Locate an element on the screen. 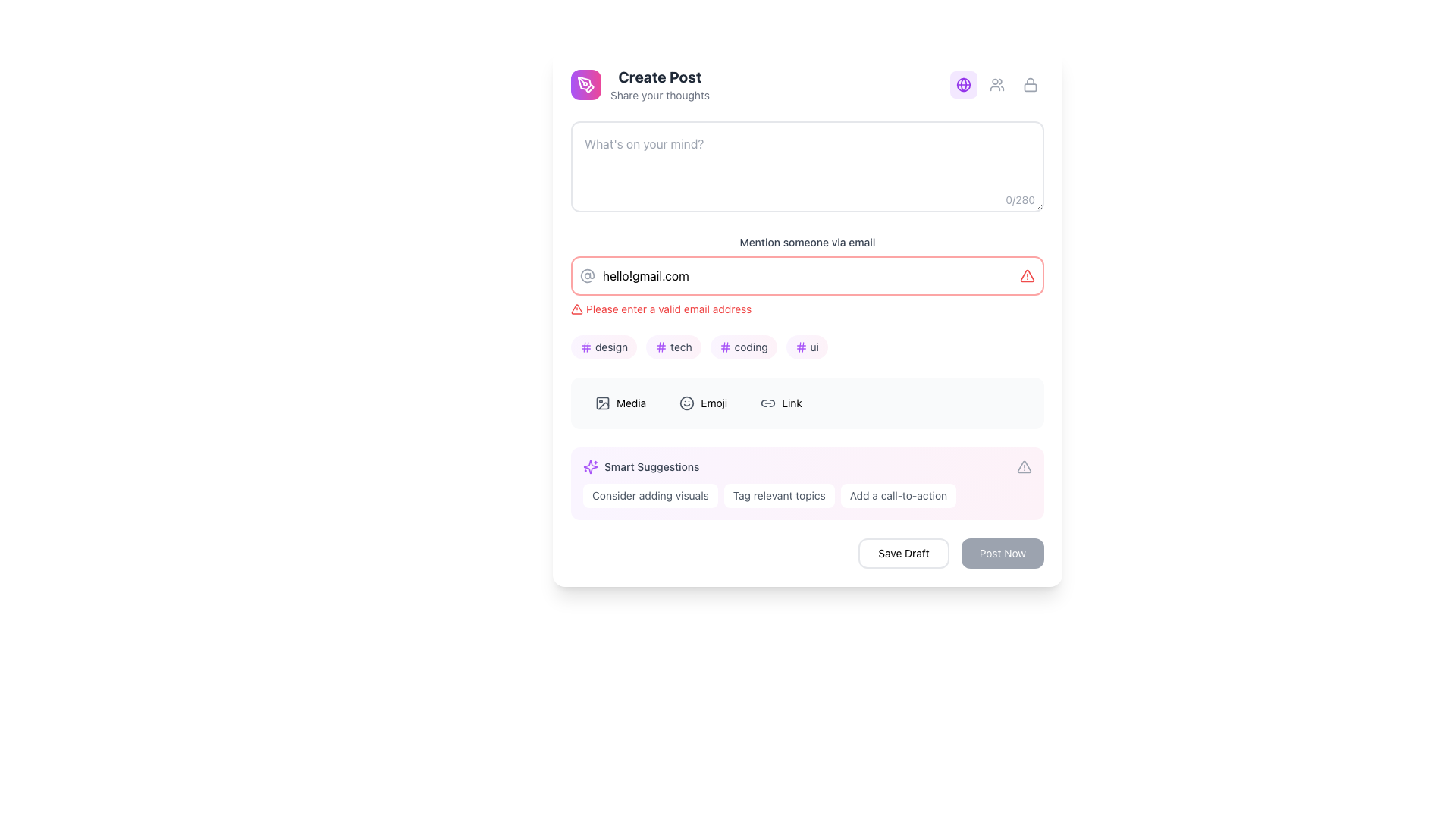 The height and width of the screenshot is (819, 1456). the triangular warning icon styled in red, located to the right of the text input field for invalid email addresses is located at coordinates (576, 309).